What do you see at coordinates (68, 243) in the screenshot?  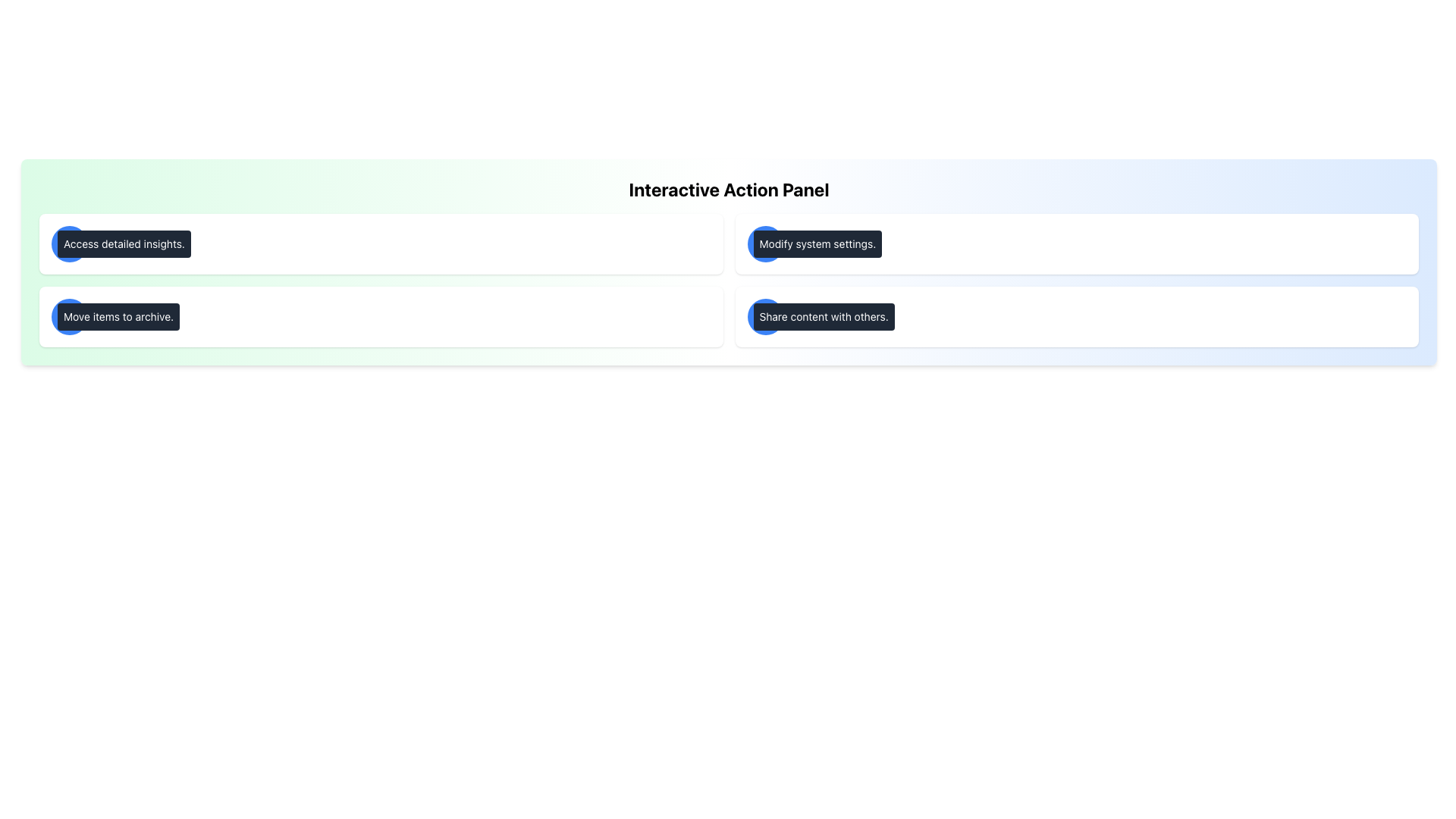 I see `the informational indicator icon located at the top-left quadrant of the interface, positioned above the 'Move items to archive' icon and to the left of additional interactive options` at bounding box center [68, 243].